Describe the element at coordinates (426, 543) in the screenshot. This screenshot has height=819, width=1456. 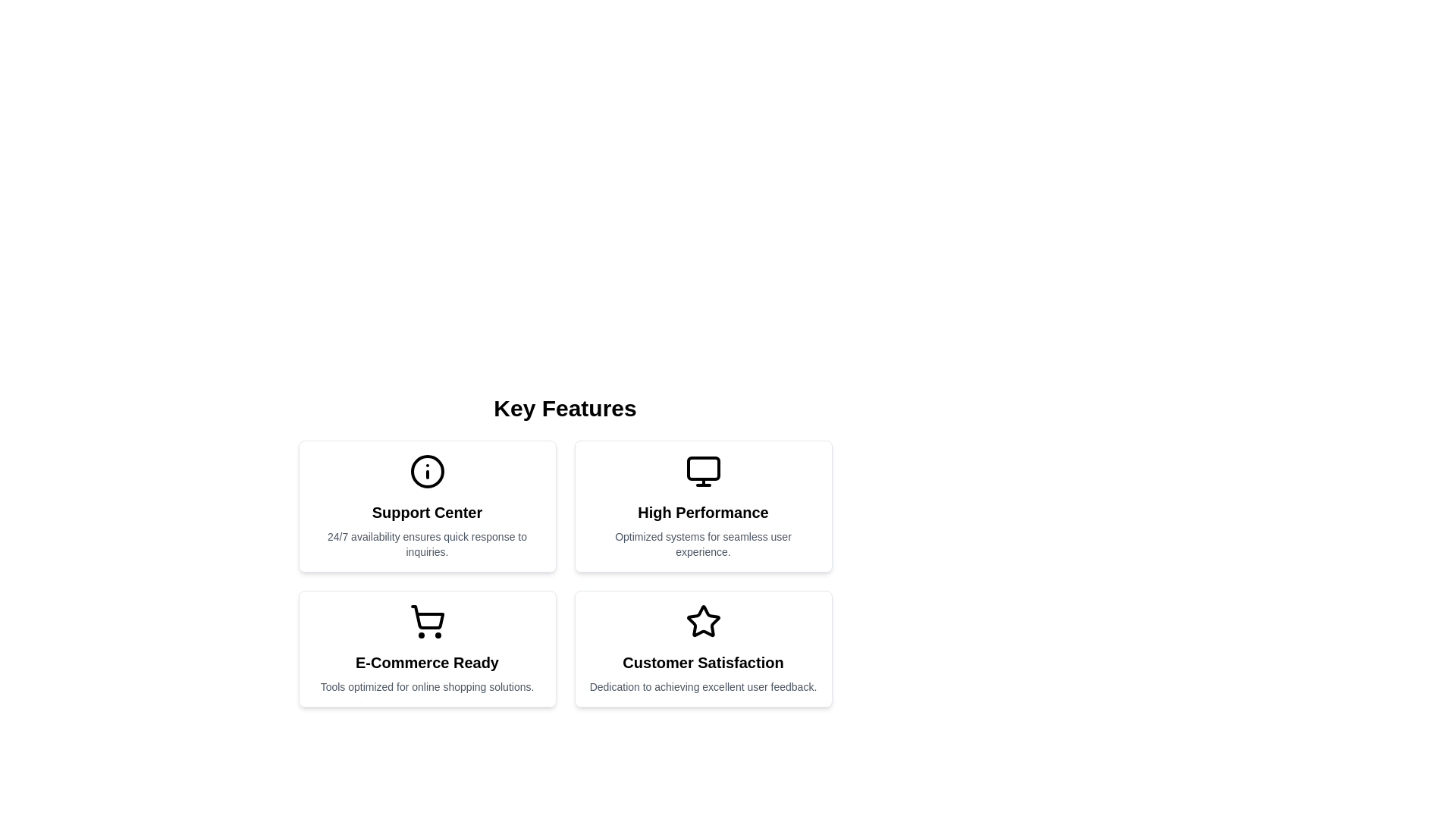
I see `text displayed in the support services information area, located within the rectangular card below the 'Support Center' title` at that location.